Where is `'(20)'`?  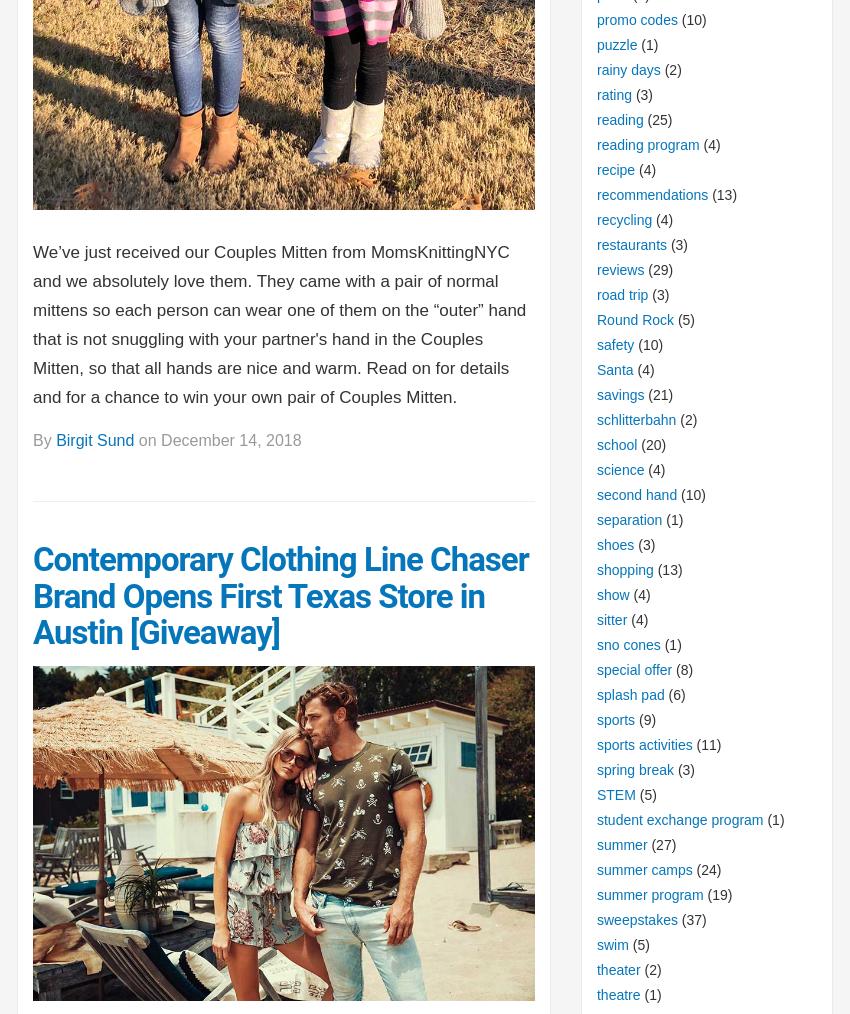 '(20)' is located at coordinates (651, 444).